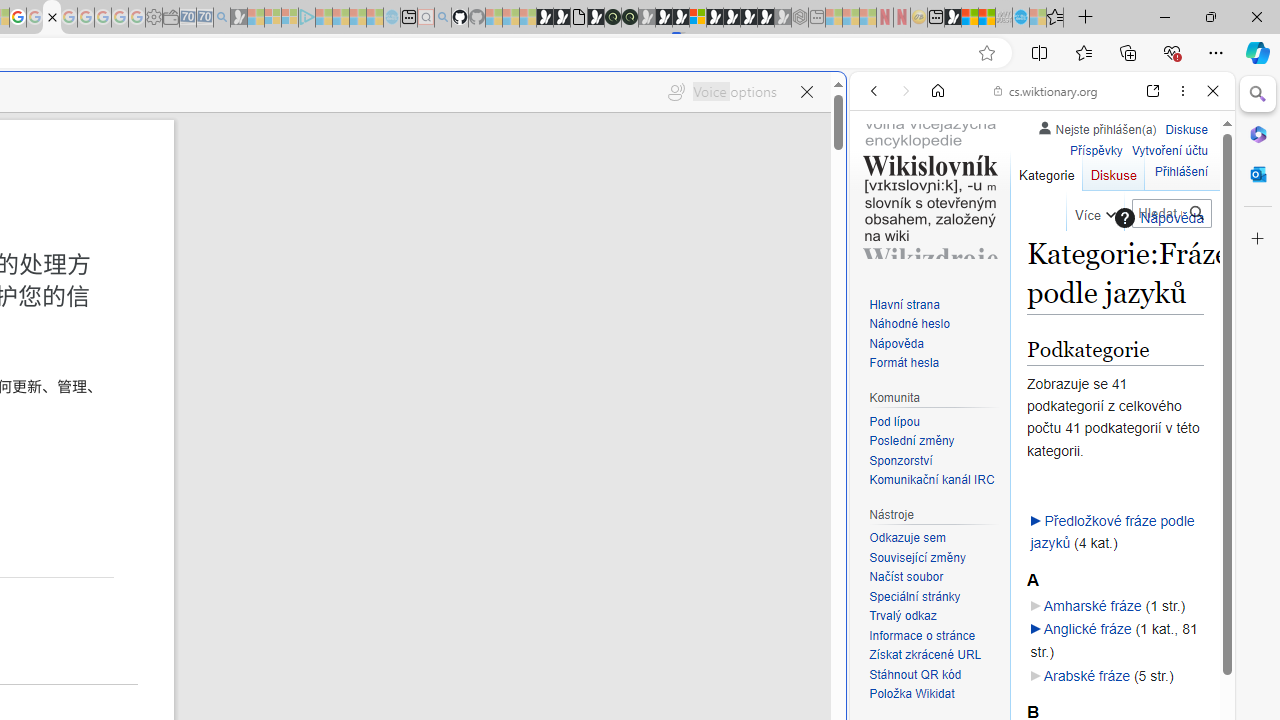 This screenshot has height=720, width=1280. What do you see at coordinates (887, 669) in the screenshot?
I see `'Global web icon'` at bounding box center [887, 669].